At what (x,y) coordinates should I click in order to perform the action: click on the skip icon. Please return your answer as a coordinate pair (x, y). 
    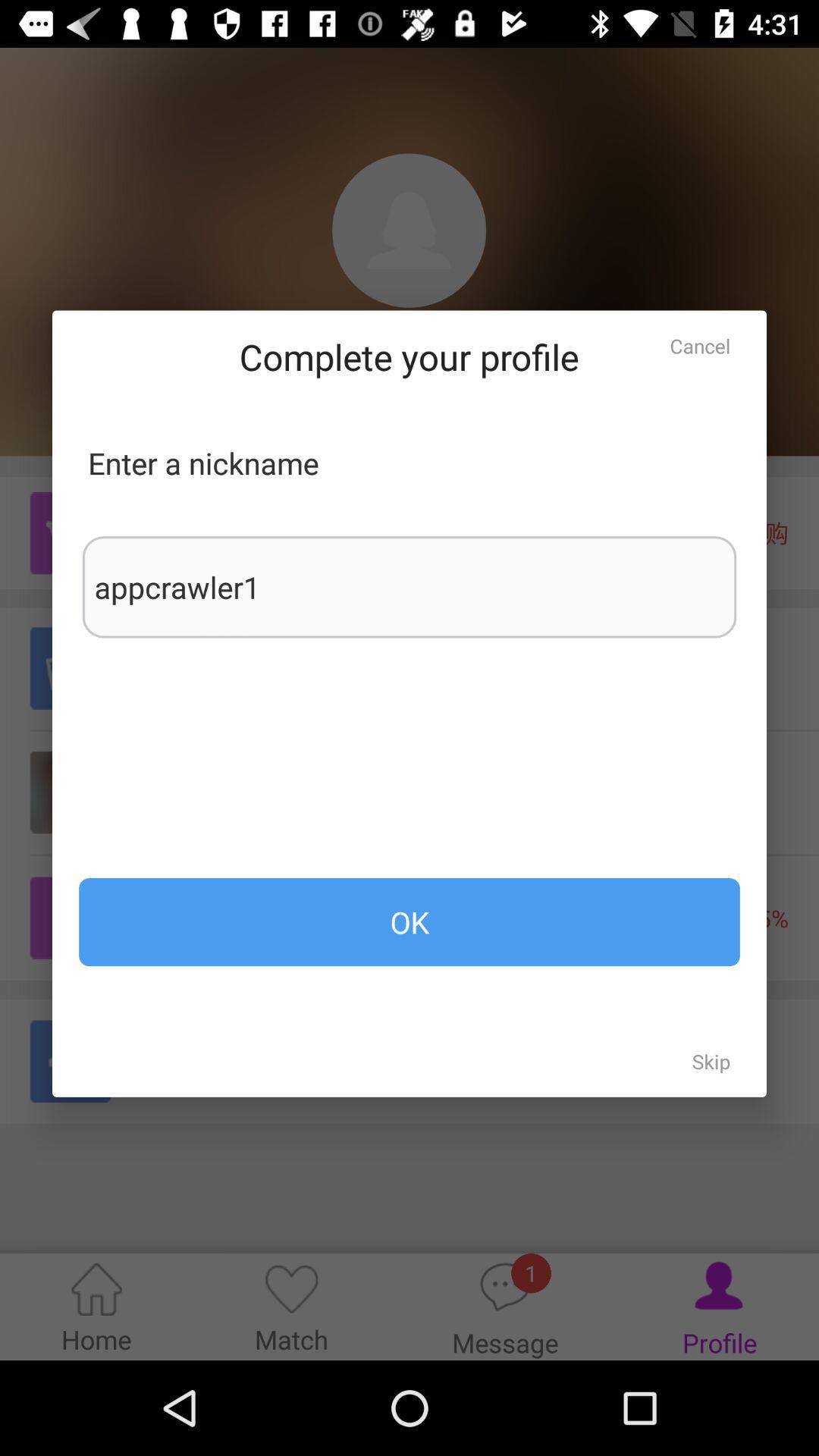
    Looking at the image, I should click on (711, 1060).